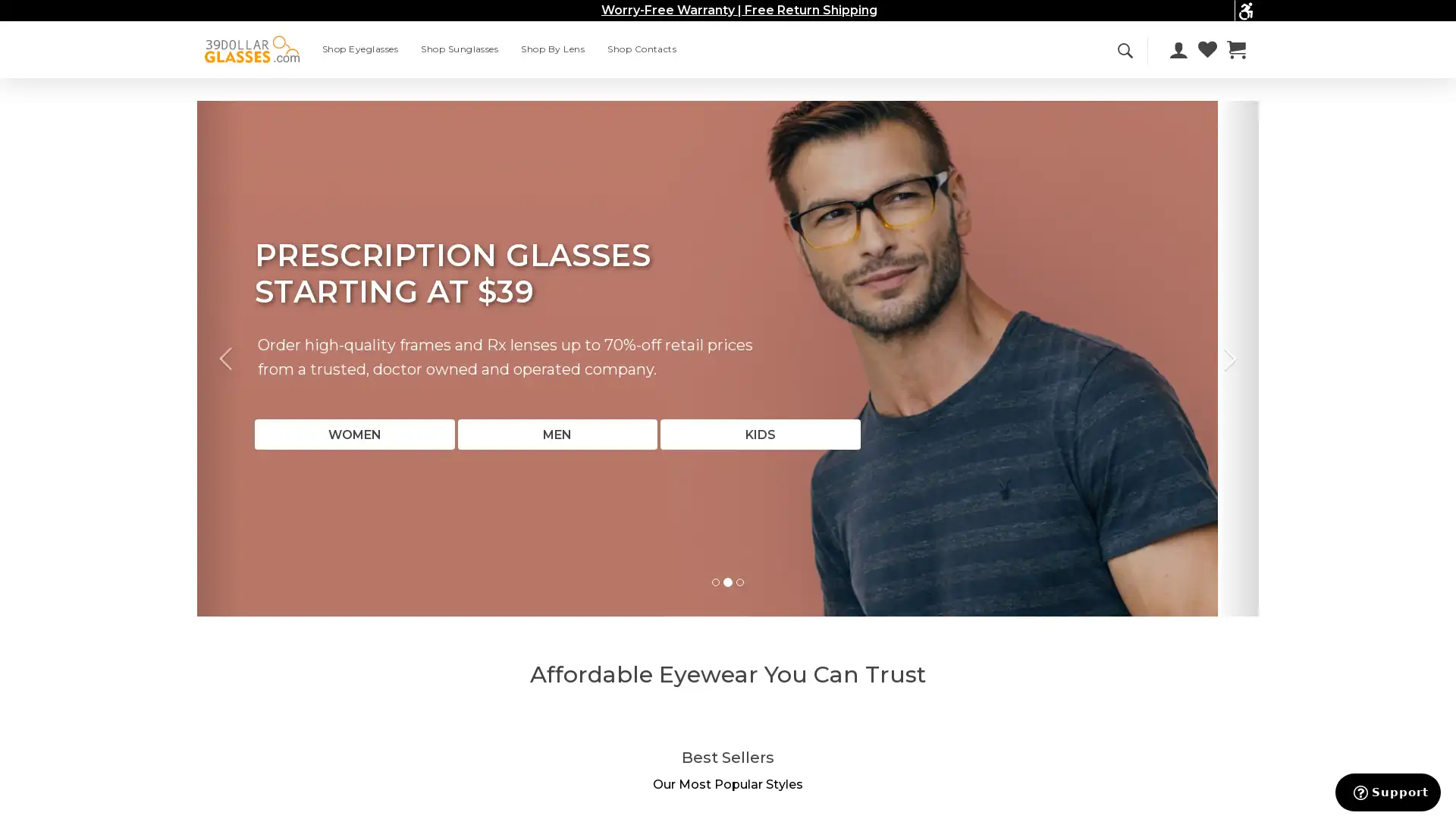  What do you see at coordinates (1238, 359) in the screenshot?
I see `Next` at bounding box center [1238, 359].